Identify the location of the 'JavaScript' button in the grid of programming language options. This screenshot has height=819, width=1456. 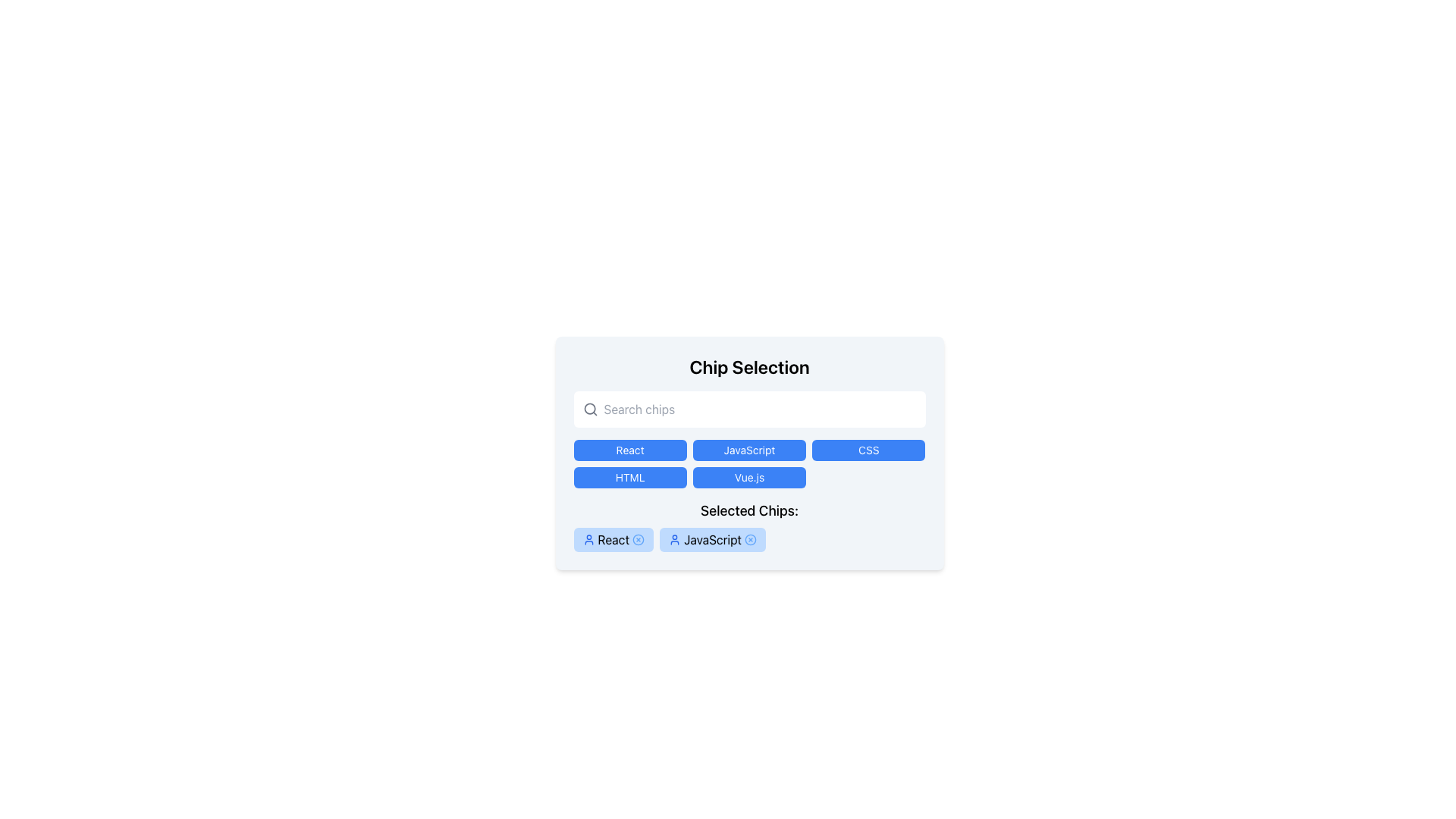
(749, 463).